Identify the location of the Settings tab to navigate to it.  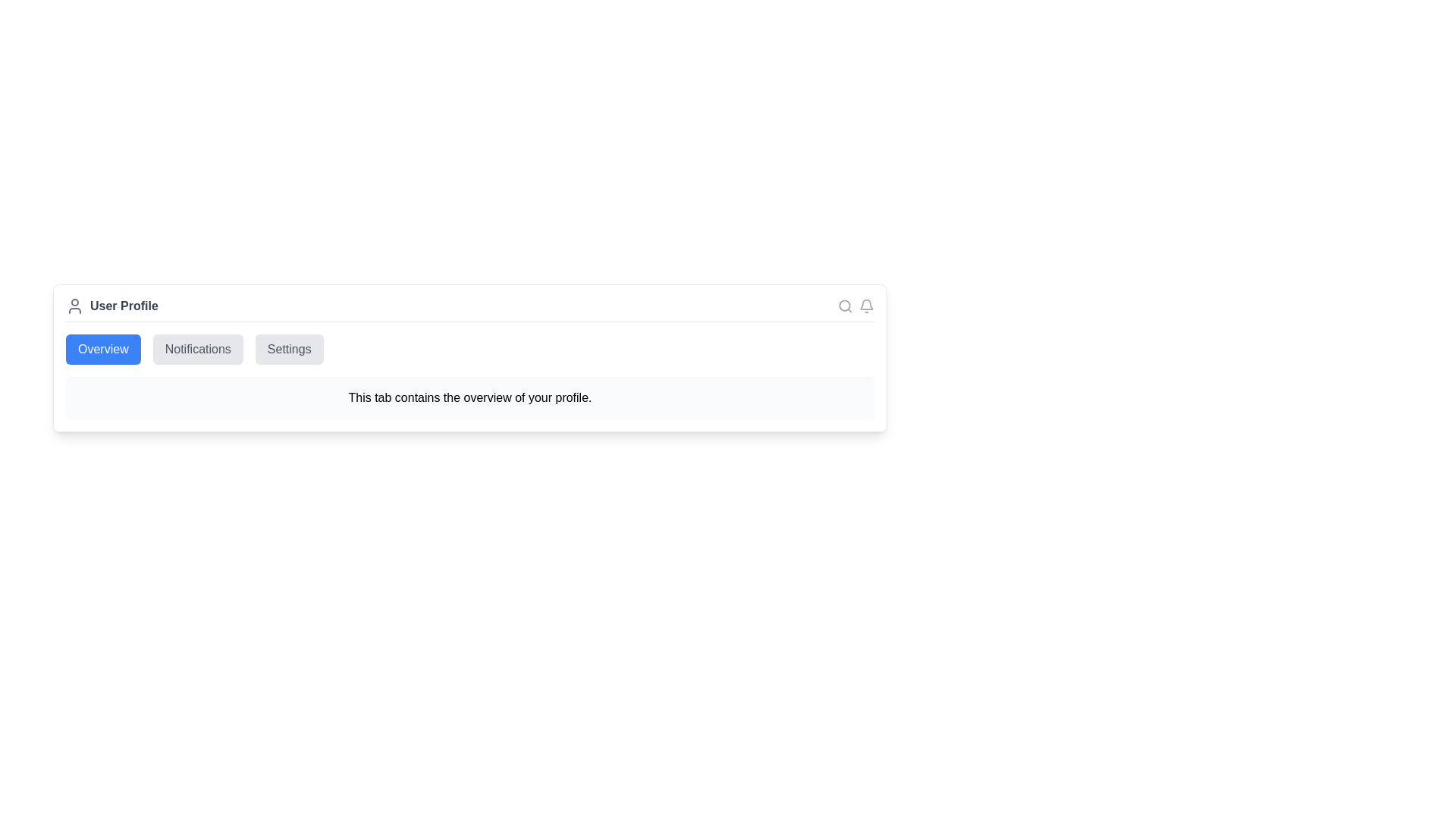
(288, 350).